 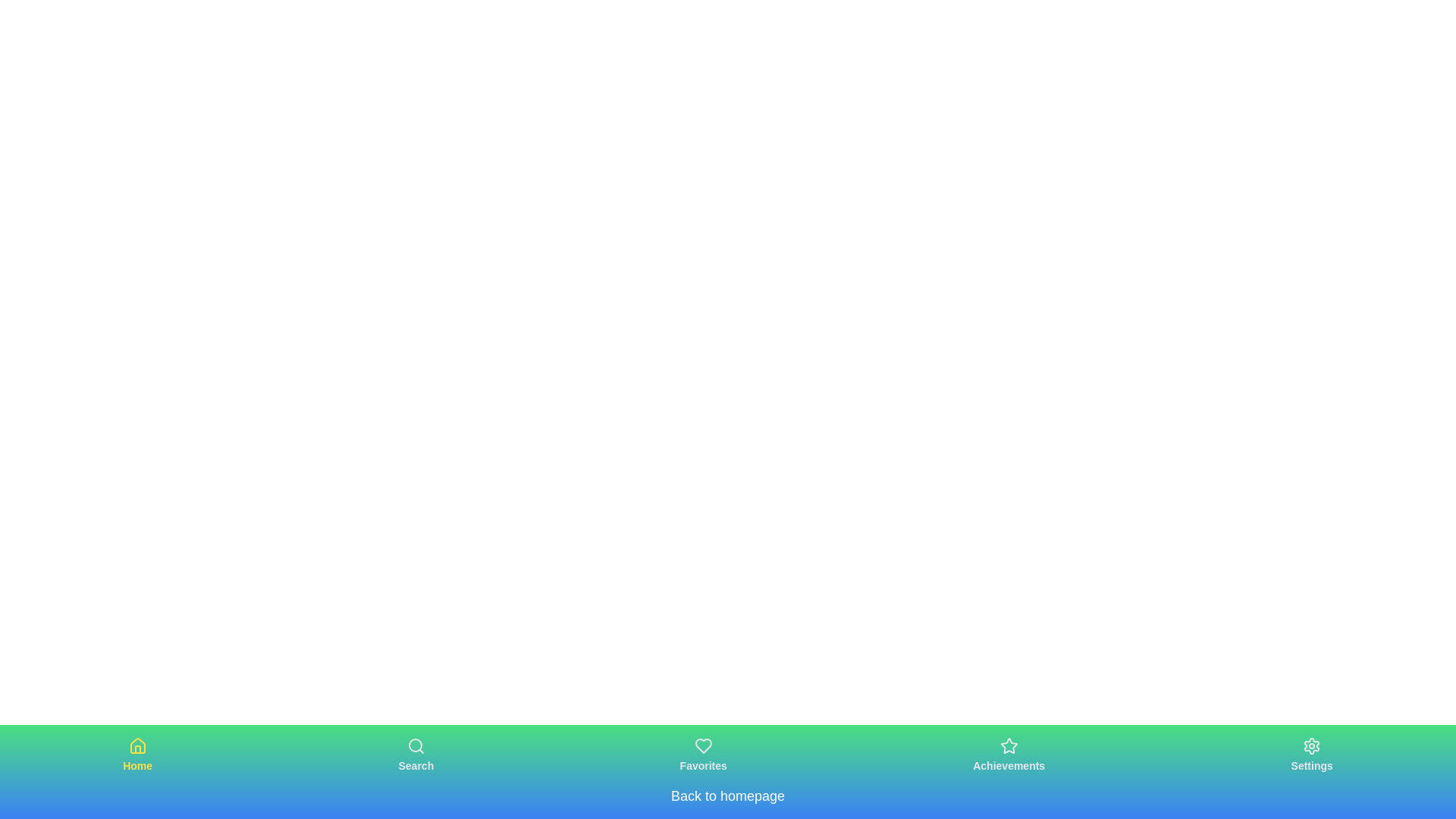 I want to click on the tab labeled Favorites, so click(x=701, y=755).